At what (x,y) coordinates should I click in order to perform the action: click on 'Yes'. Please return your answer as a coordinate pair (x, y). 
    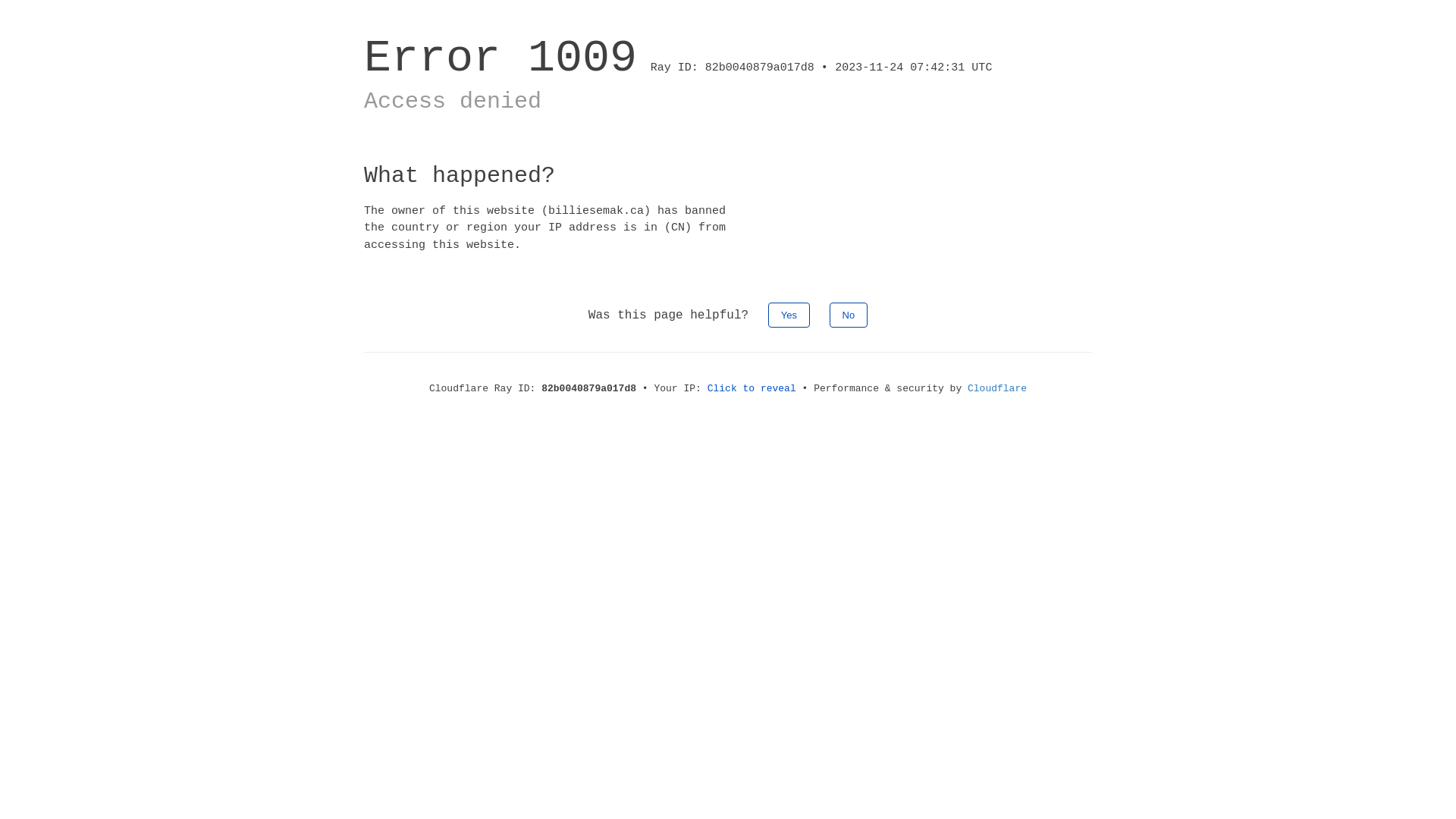
    Looking at the image, I should click on (789, 314).